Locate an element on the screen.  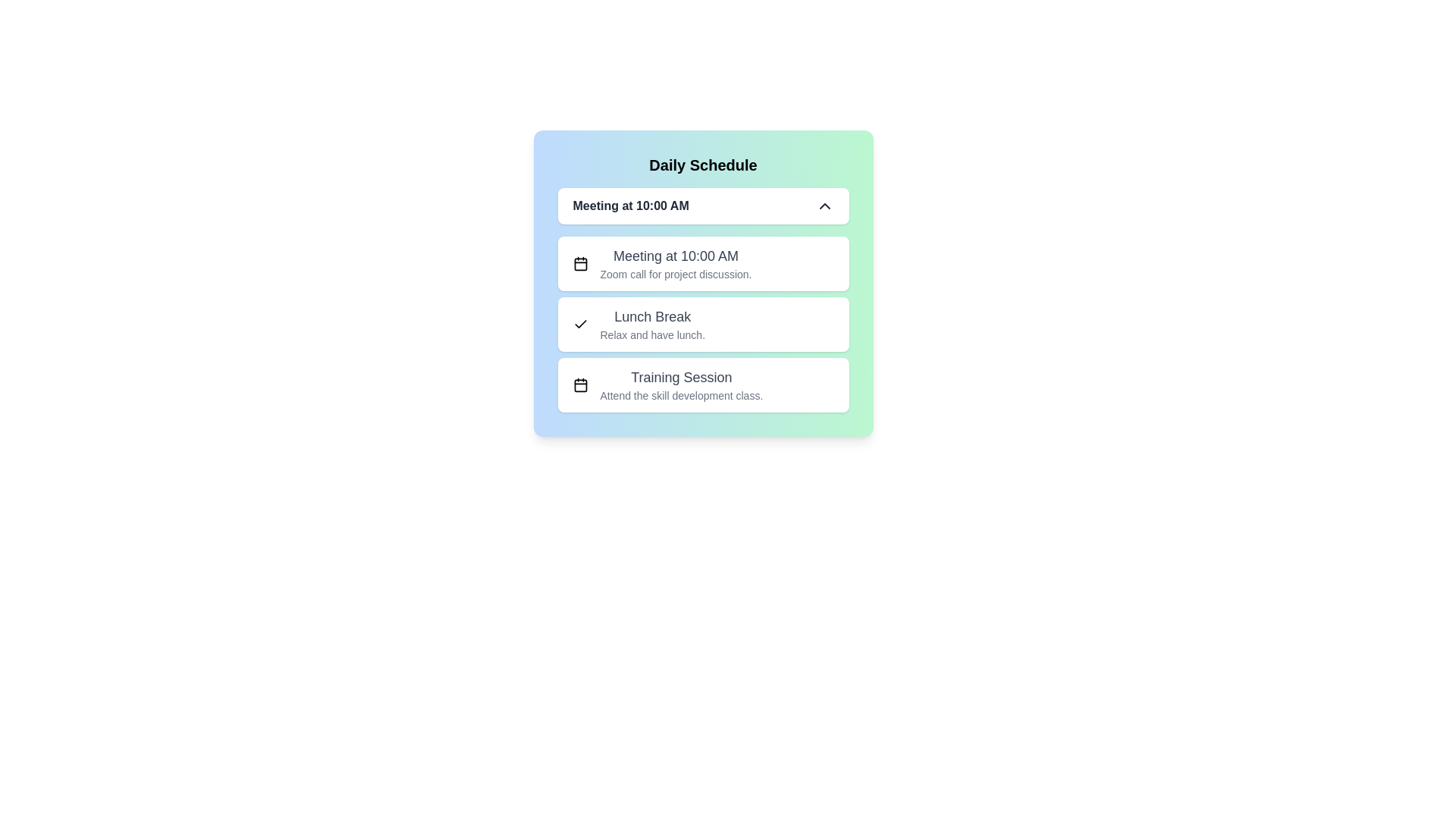
the event Training Session from the dropdown menu is located at coordinates (702, 384).